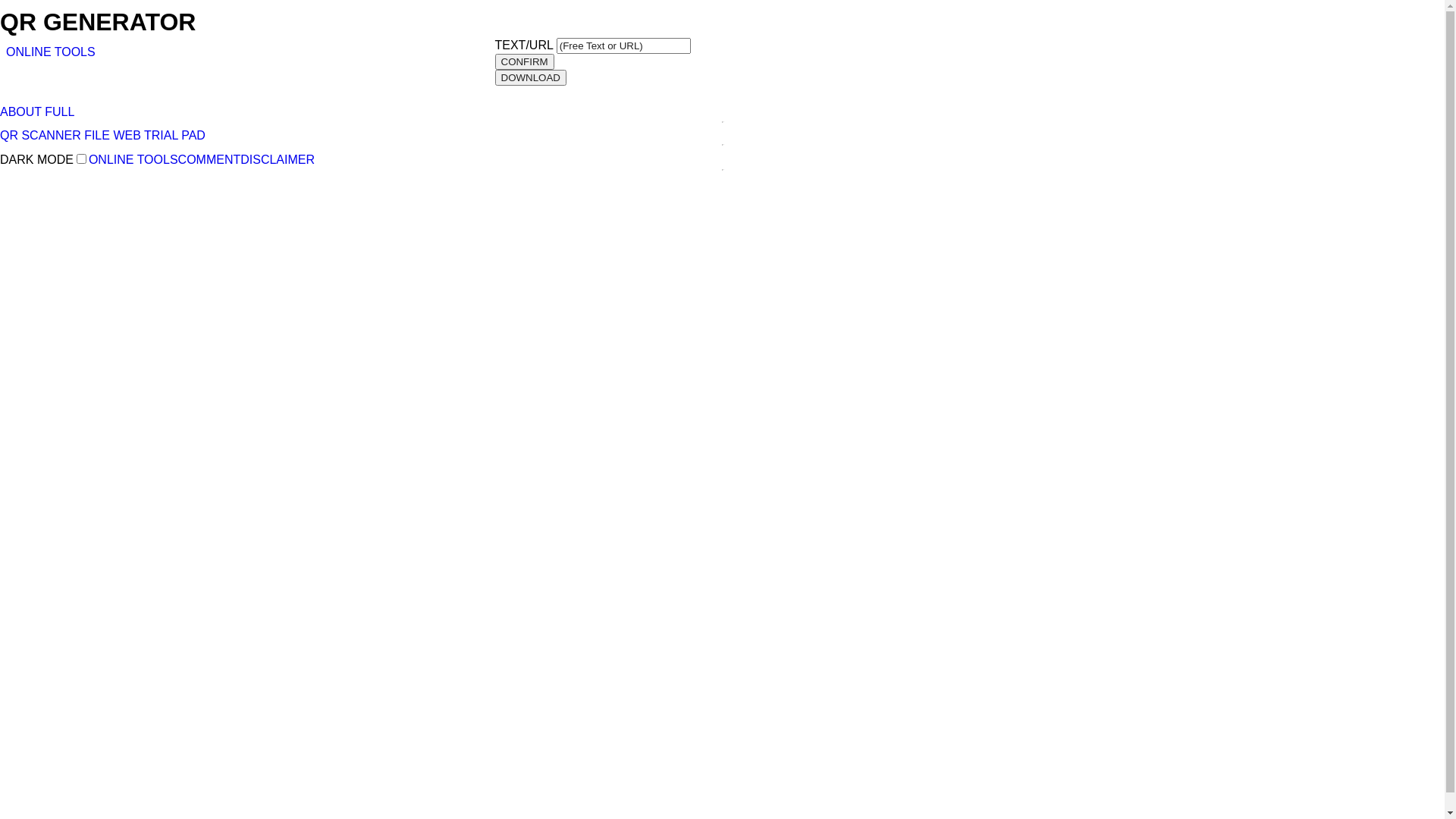 This screenshot has height=819, width=1456. What do you see at coordinates (277, 159) in the screenshot?
I see `'DISCLAIMER'` at bounding box center [277, 159].